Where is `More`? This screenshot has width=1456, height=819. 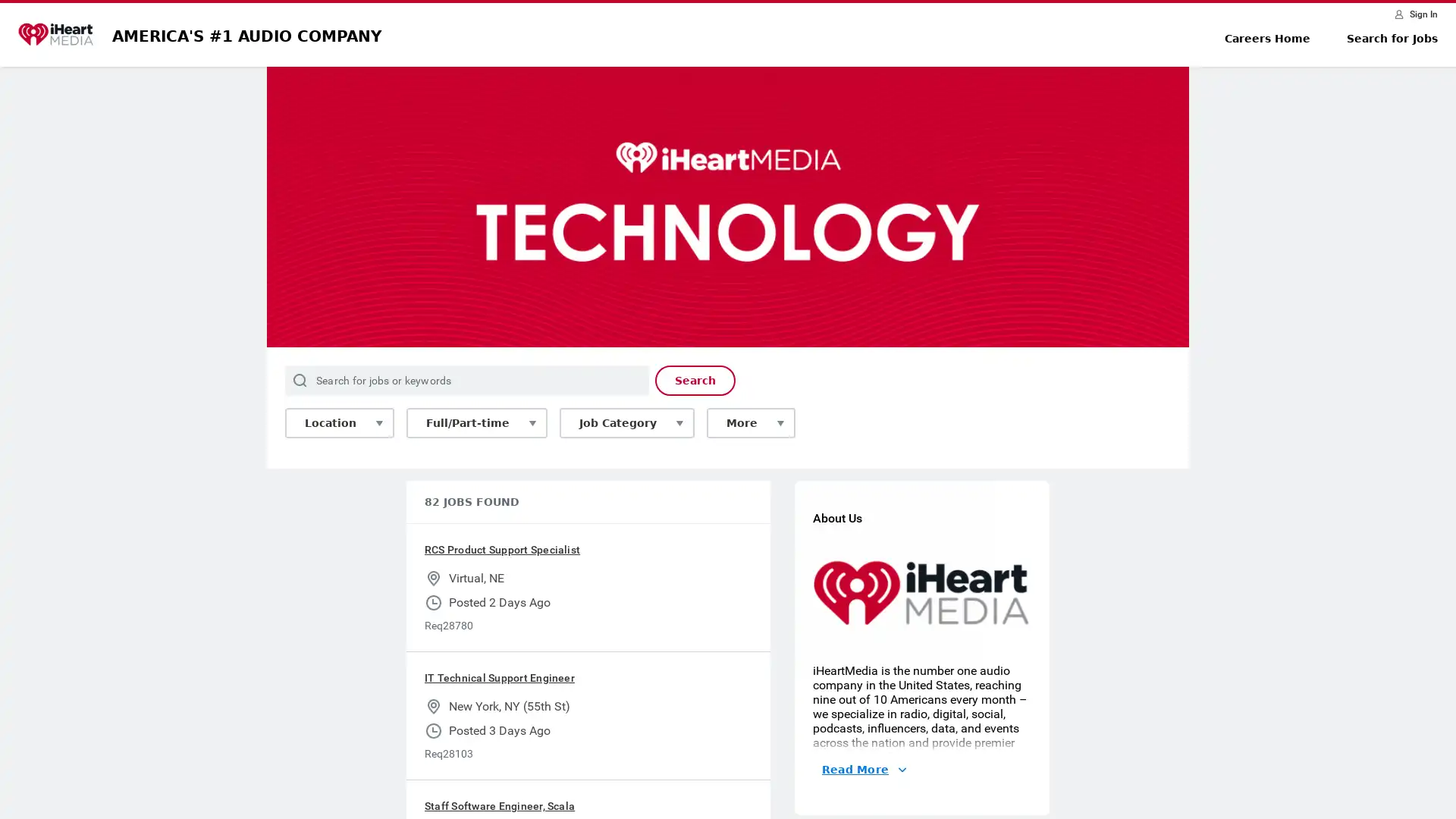
More is located at coordinates (710, 423).